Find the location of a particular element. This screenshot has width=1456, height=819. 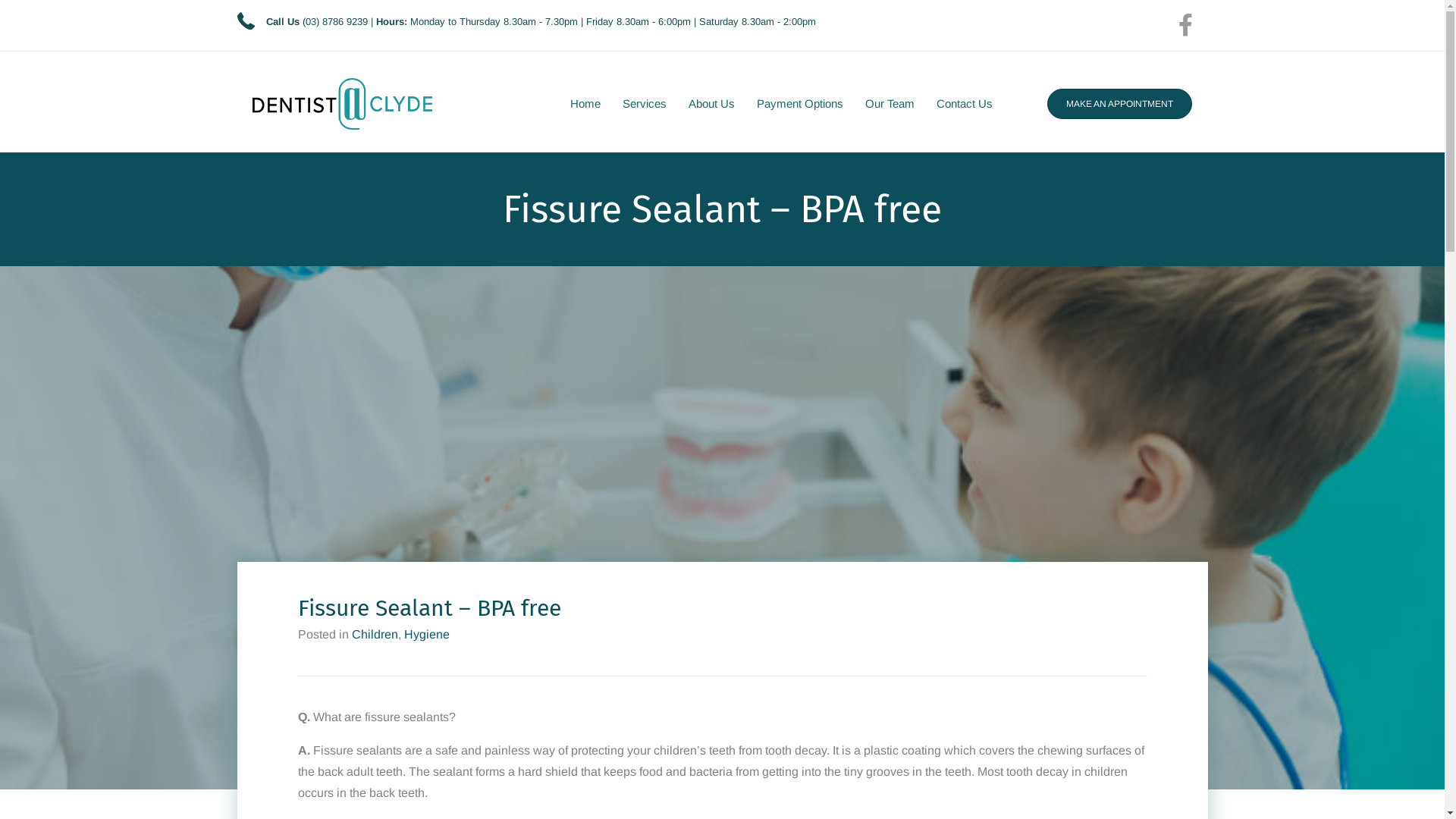

'Children' is located at coordinates (351, 634).